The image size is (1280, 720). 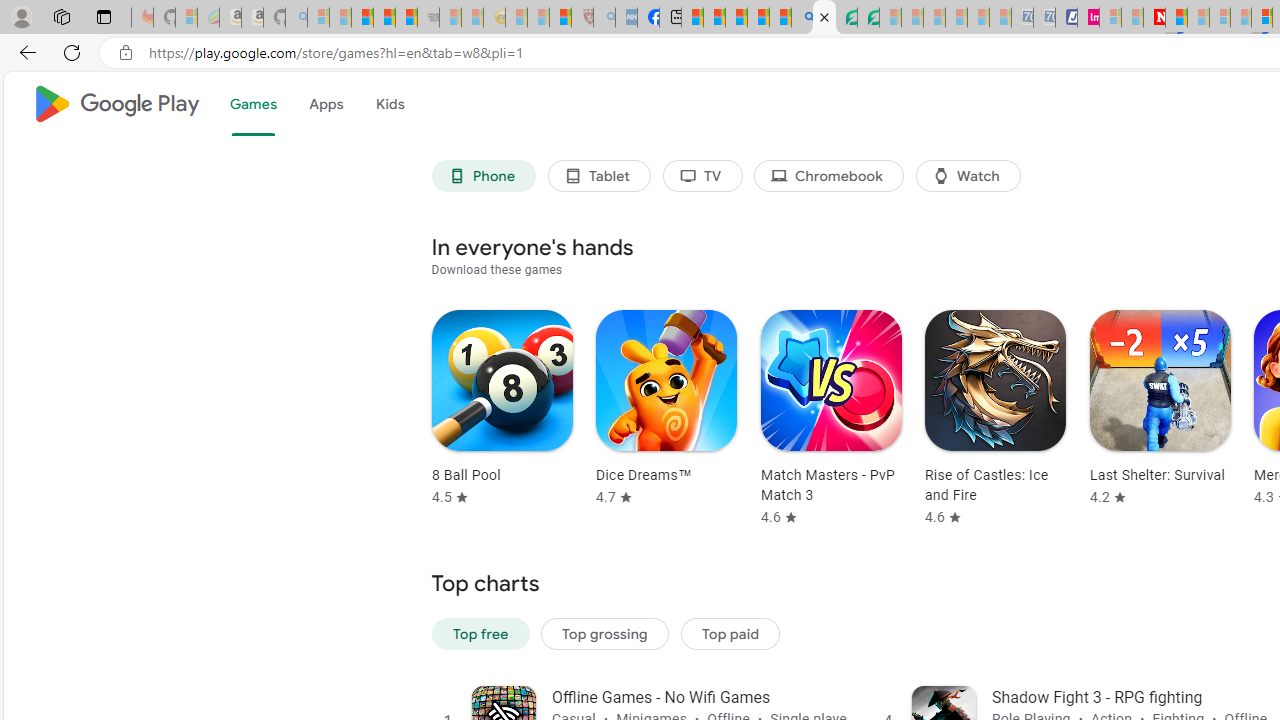 I want to click on 'Top free', so click(x=480, y=633).